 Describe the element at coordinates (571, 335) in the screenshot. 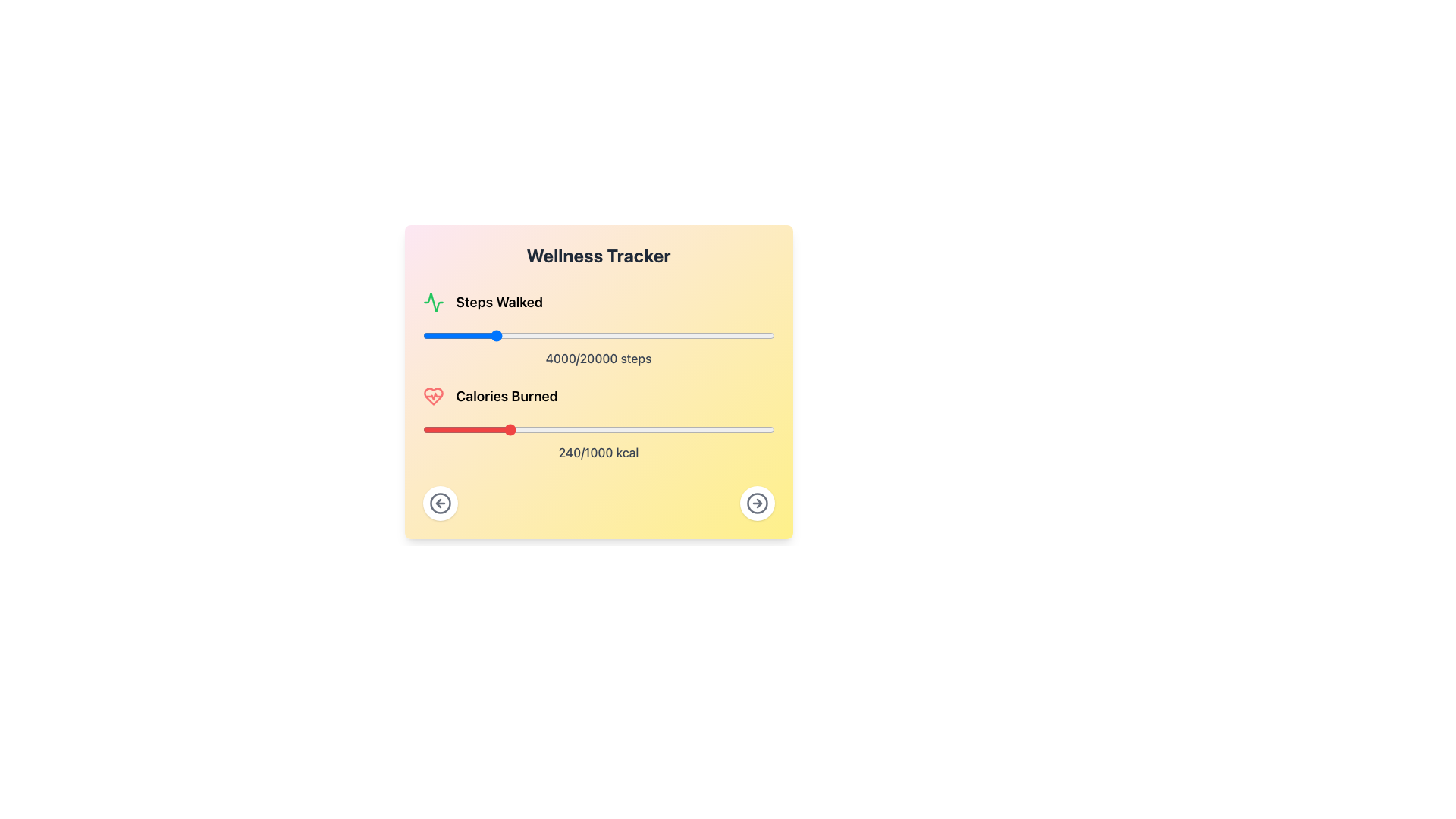

I see `the steps walked` at that location.